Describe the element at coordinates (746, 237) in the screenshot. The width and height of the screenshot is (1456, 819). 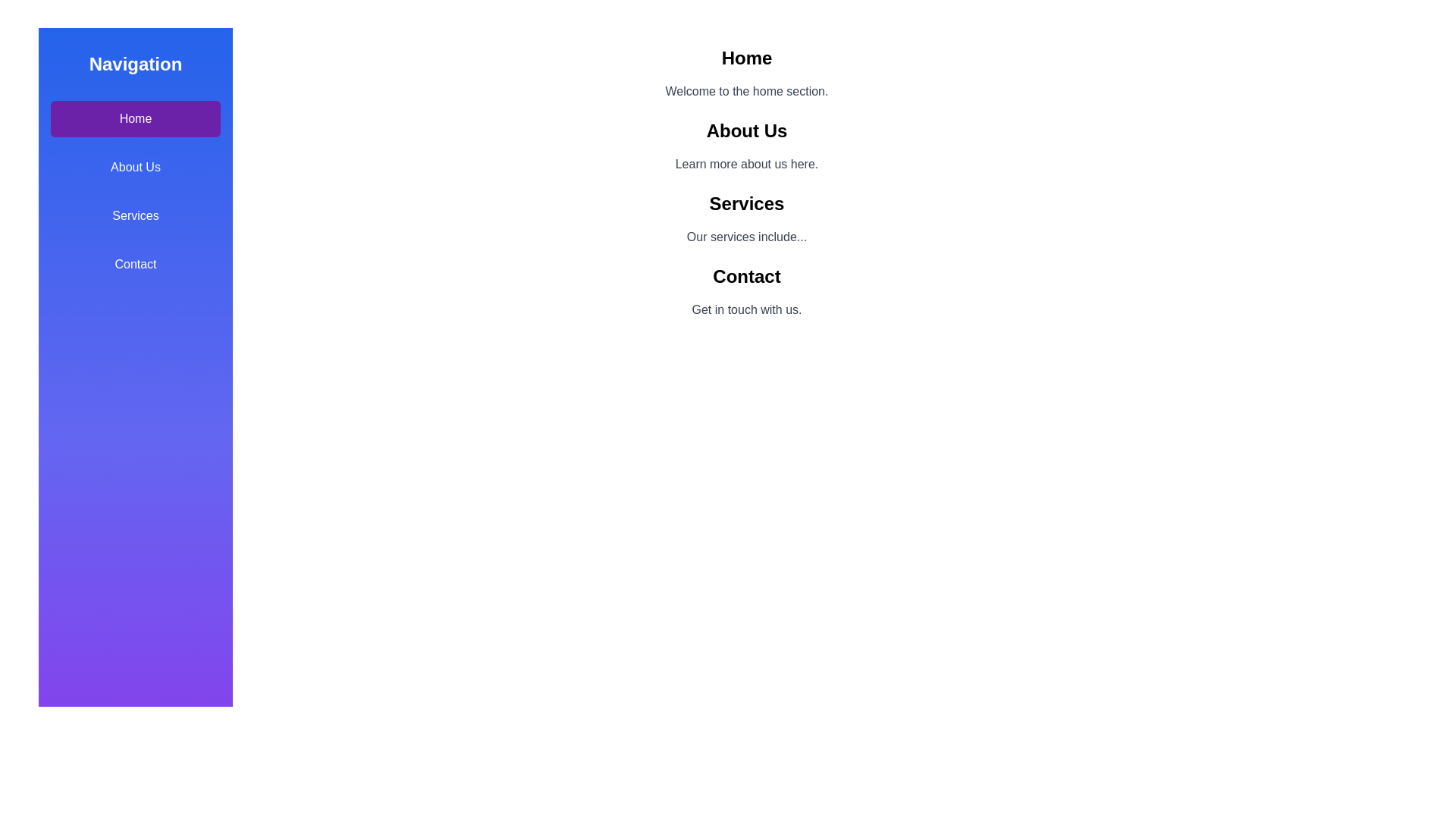
I see `the static text element displaying 'Our services include...' located directly below the 'Services' header` at that location.